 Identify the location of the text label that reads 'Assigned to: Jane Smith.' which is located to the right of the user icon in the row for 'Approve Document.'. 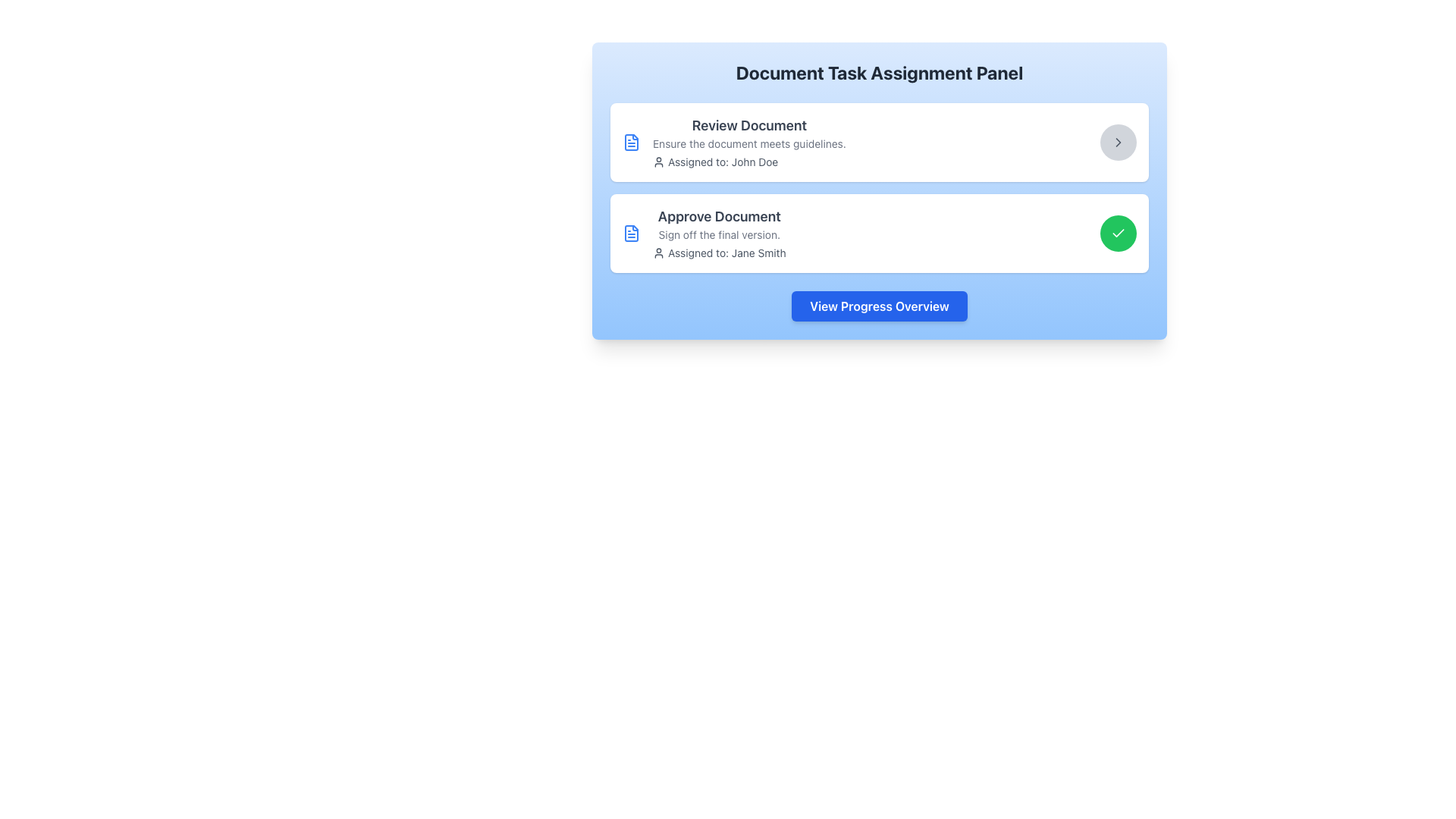
(726, 253).